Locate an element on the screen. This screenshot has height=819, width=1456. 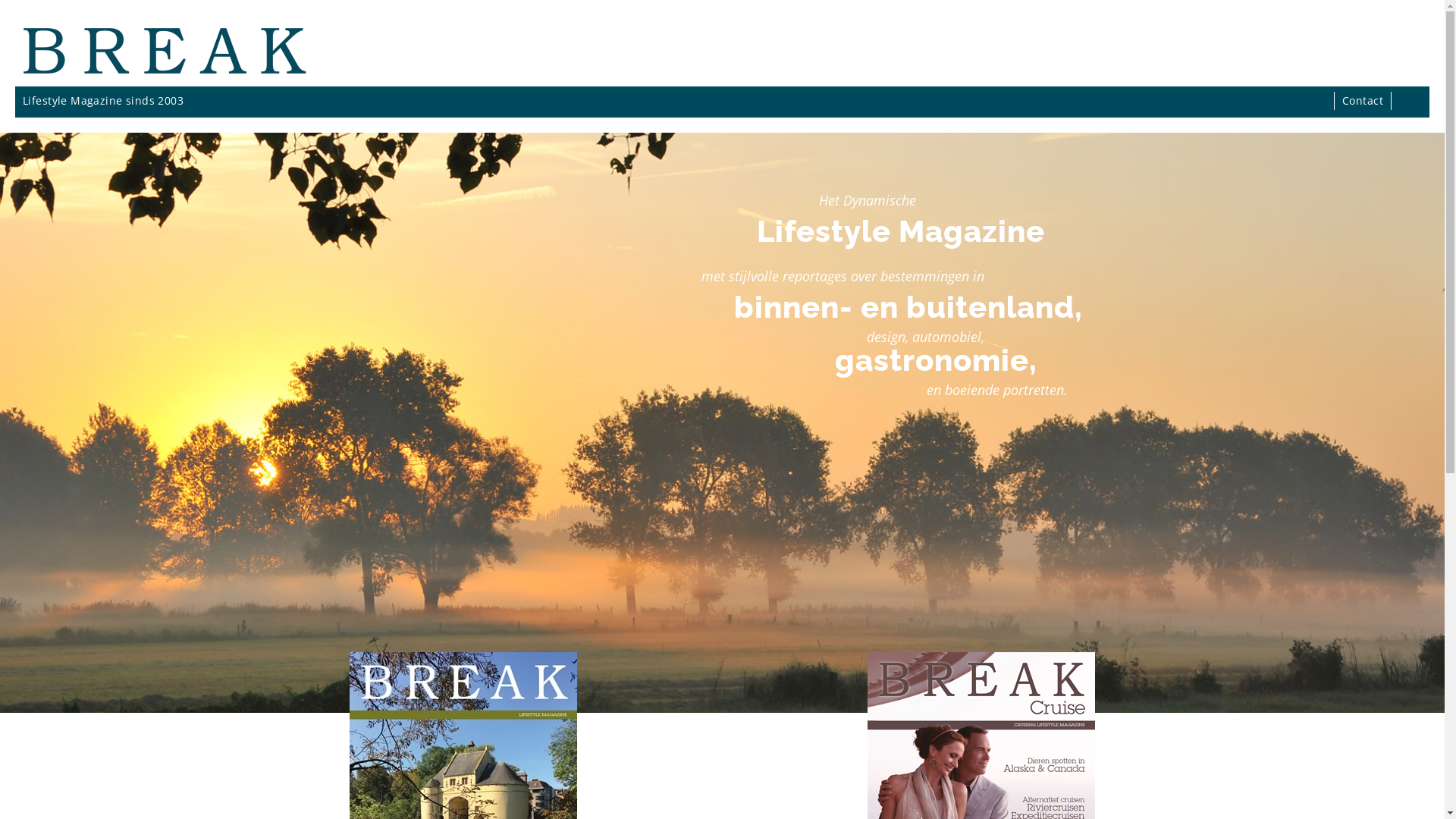
'Contact' is located at coordinates (1362, 100).